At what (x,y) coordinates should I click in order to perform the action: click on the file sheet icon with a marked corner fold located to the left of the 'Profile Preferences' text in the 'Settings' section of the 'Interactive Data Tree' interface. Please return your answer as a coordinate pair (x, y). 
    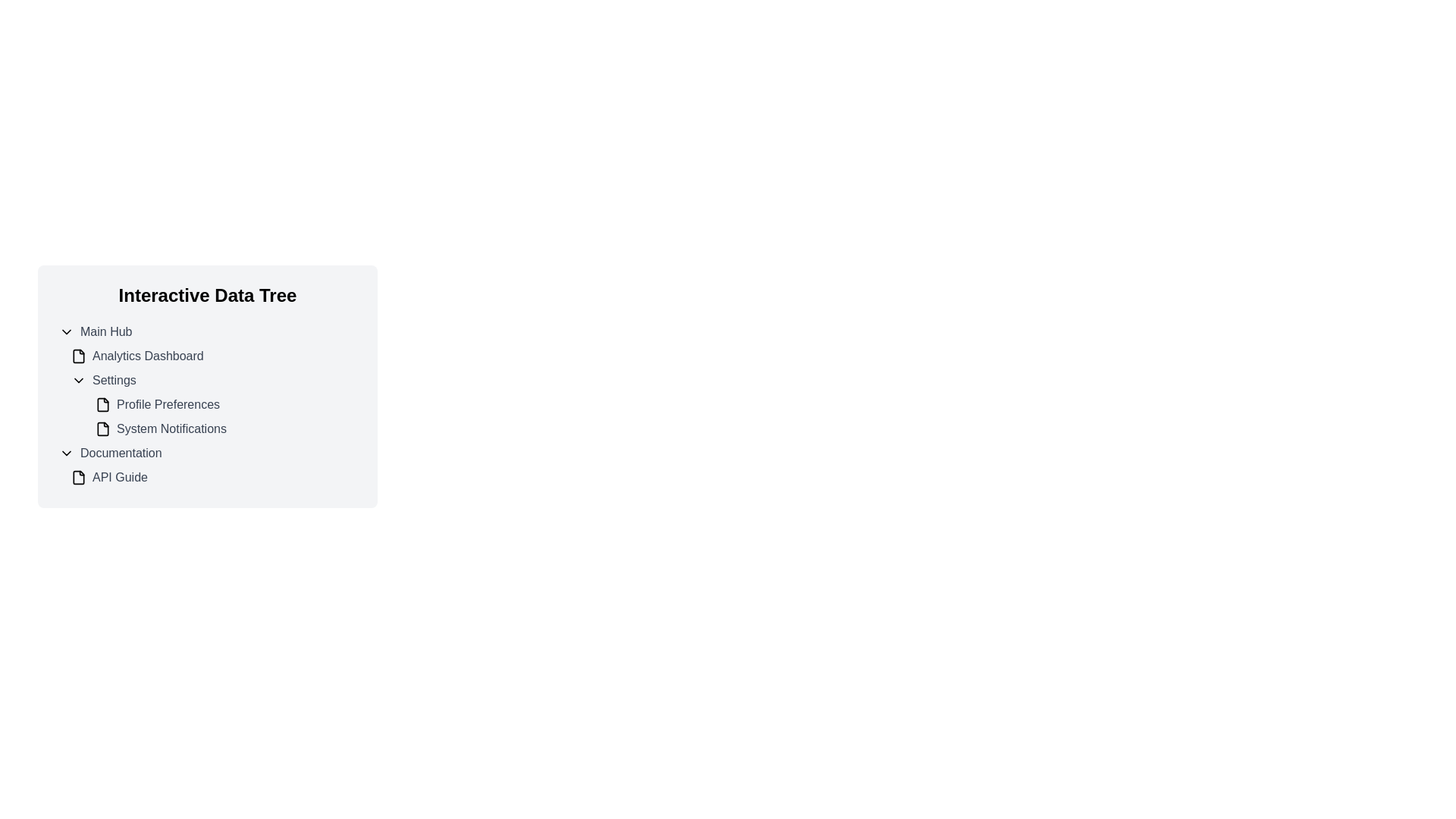
    Looking at the image, I should click on (102, 403).